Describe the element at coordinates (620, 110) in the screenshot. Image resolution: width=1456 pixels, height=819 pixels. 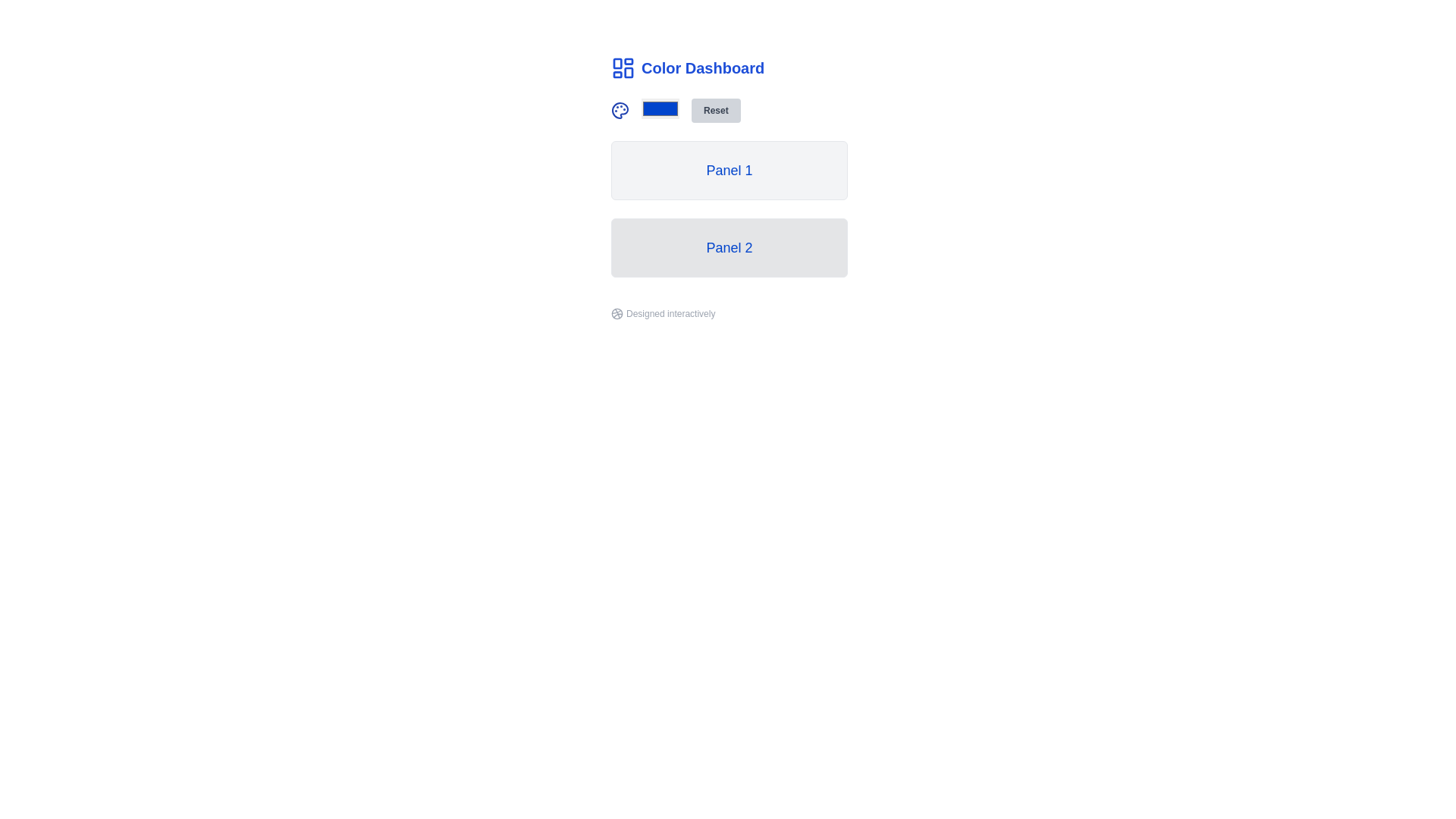
I see `the vibrant blue circular palette icon with multiple small circles inside, located near the 'Reset' button in the Color Dashboard interface` at that location.